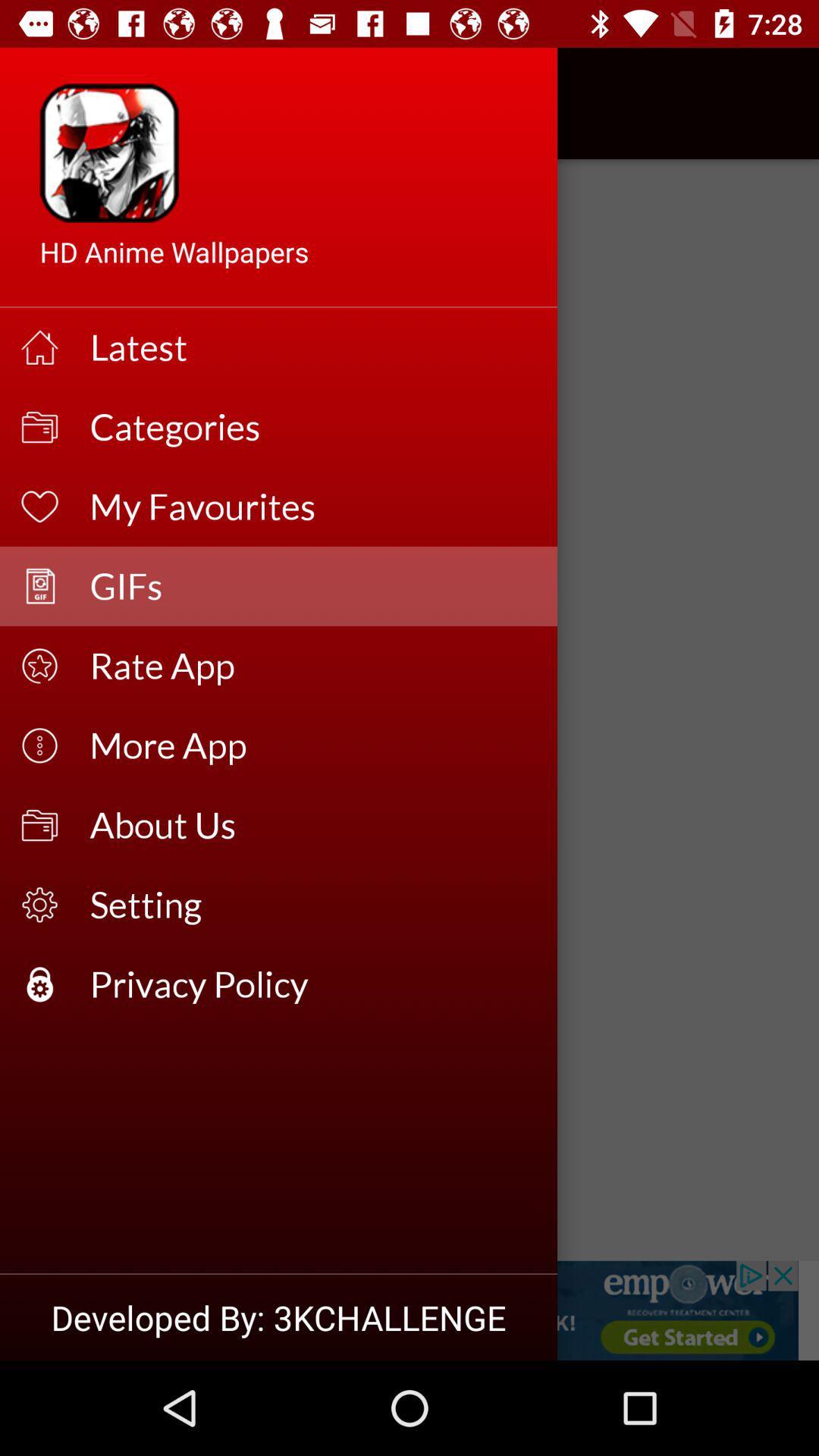 The image size is (819, 1456). I want to click on more app icon, so click(312, 745).